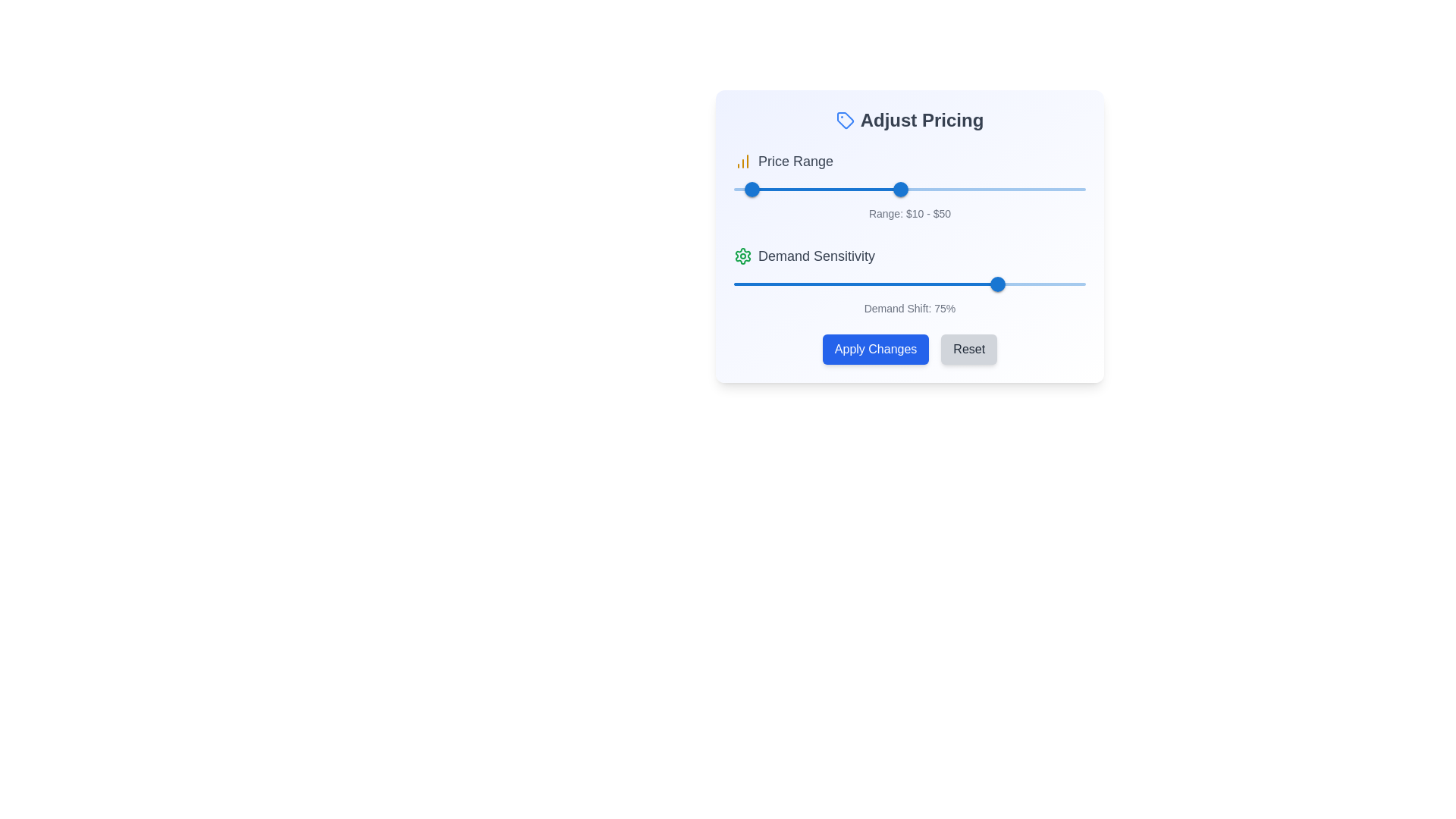 This screenshot has width=1456, height=819. Describe the element at coordinates (783, 189) in the screenshot. I see `the Price Range slider` at that location.